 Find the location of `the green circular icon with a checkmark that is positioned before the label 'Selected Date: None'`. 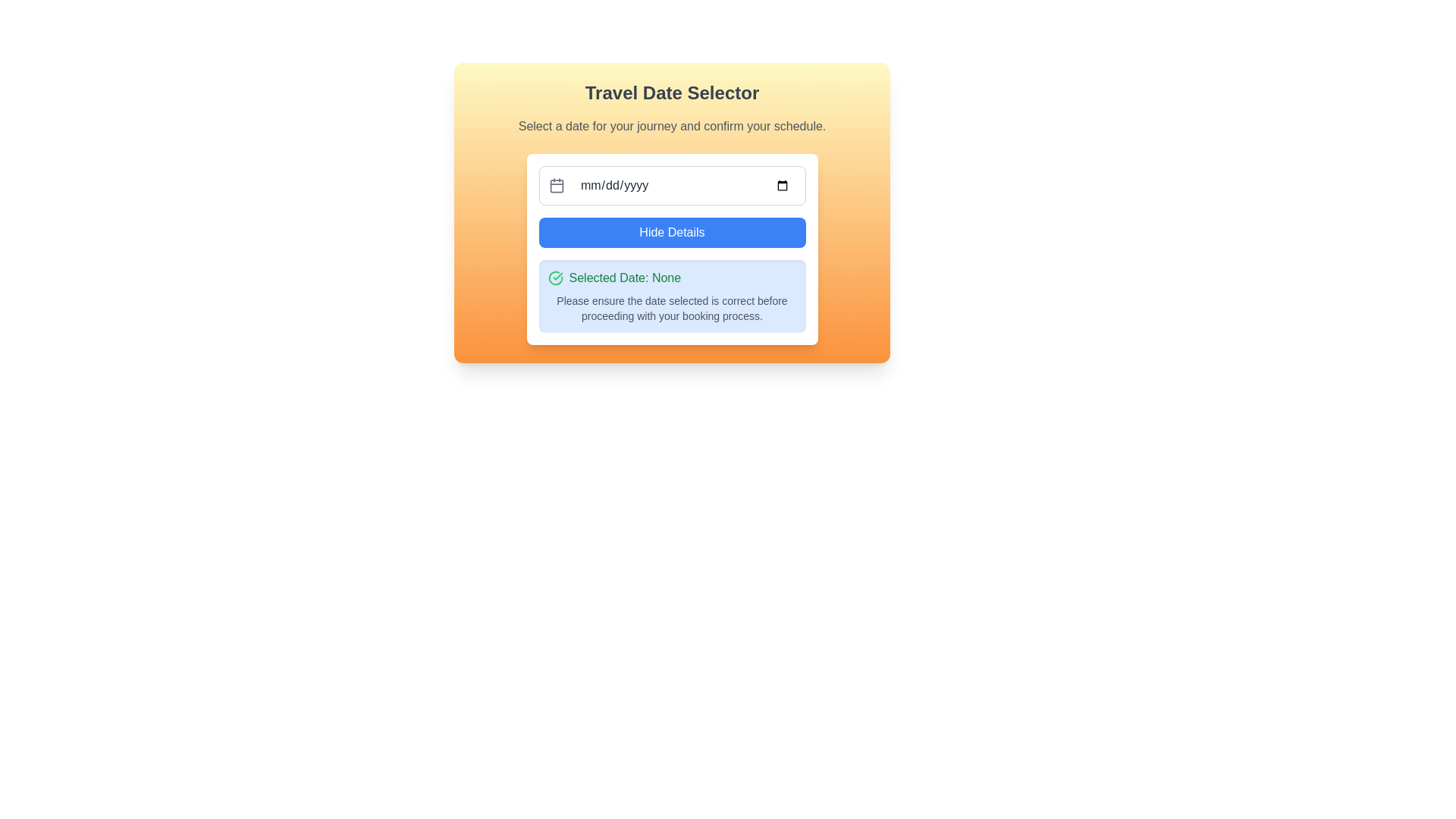

the green circular icon with a checkmark that is positioned before the label 'Selected Date: None' is located at coordinates (554, 278).